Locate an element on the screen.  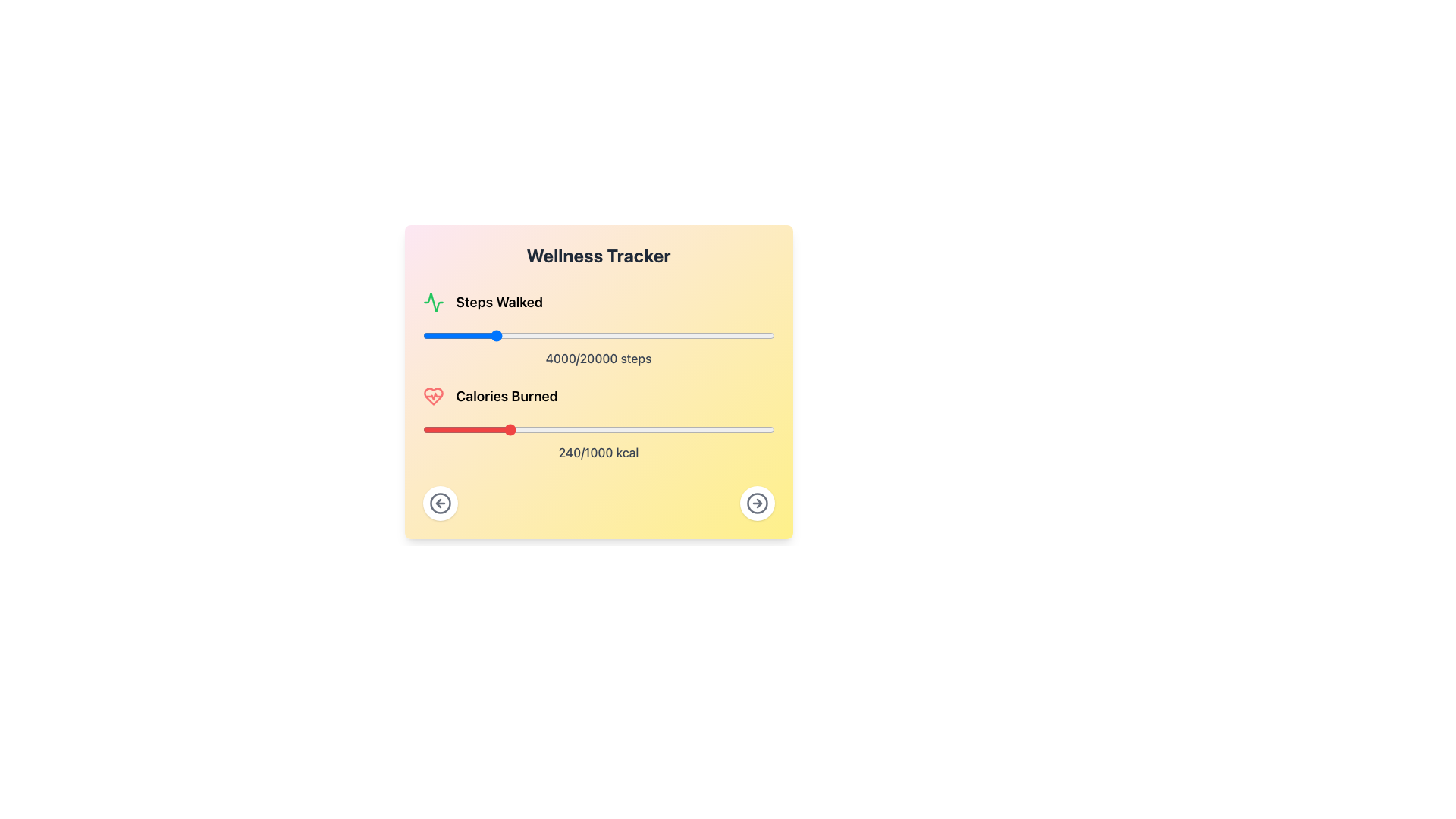
the Text Label displaying '240/1000 kcal' located below the progress bar for calorie tracking in the 'Calories Burned' section is located at coordinates (598, 452).